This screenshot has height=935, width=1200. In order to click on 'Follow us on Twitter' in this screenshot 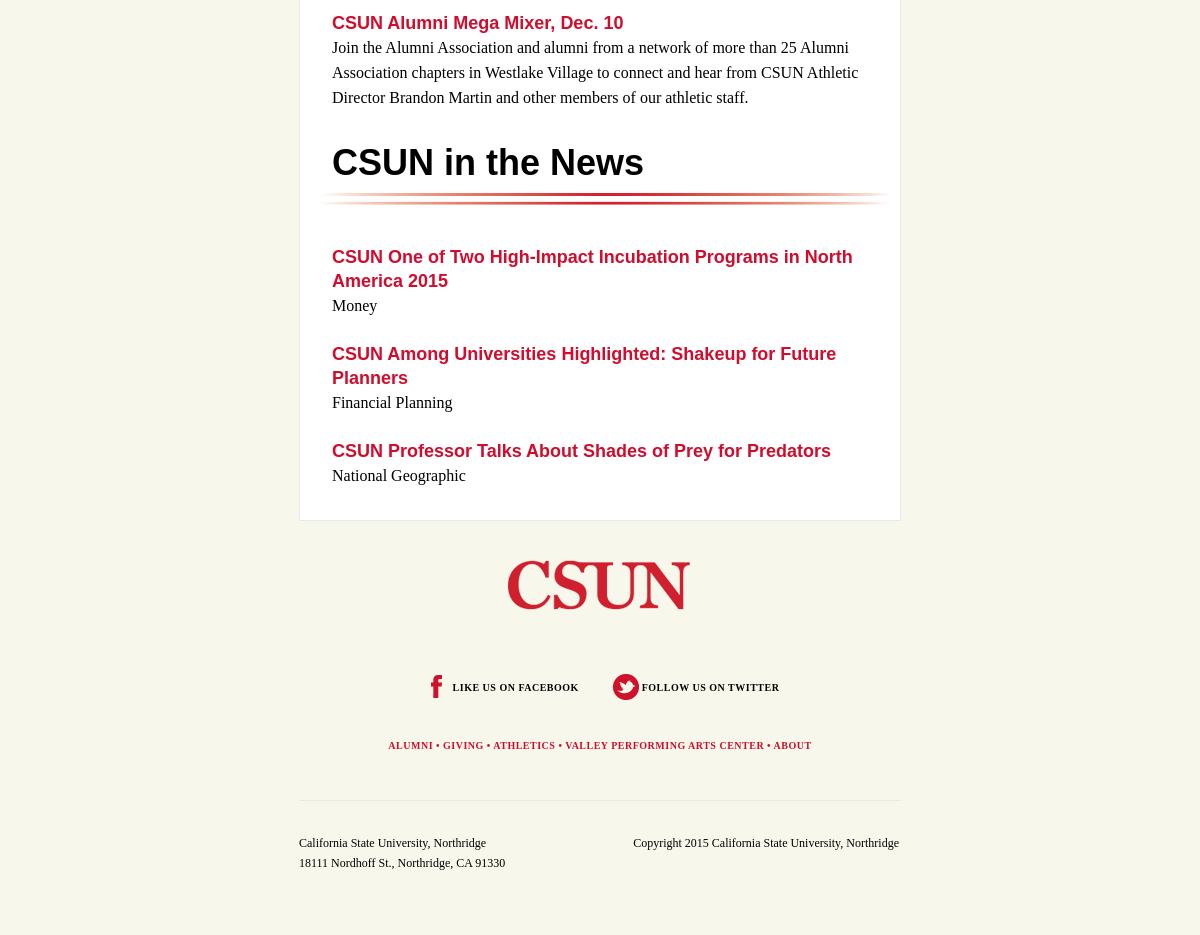, I will do `click(710, 685)`.